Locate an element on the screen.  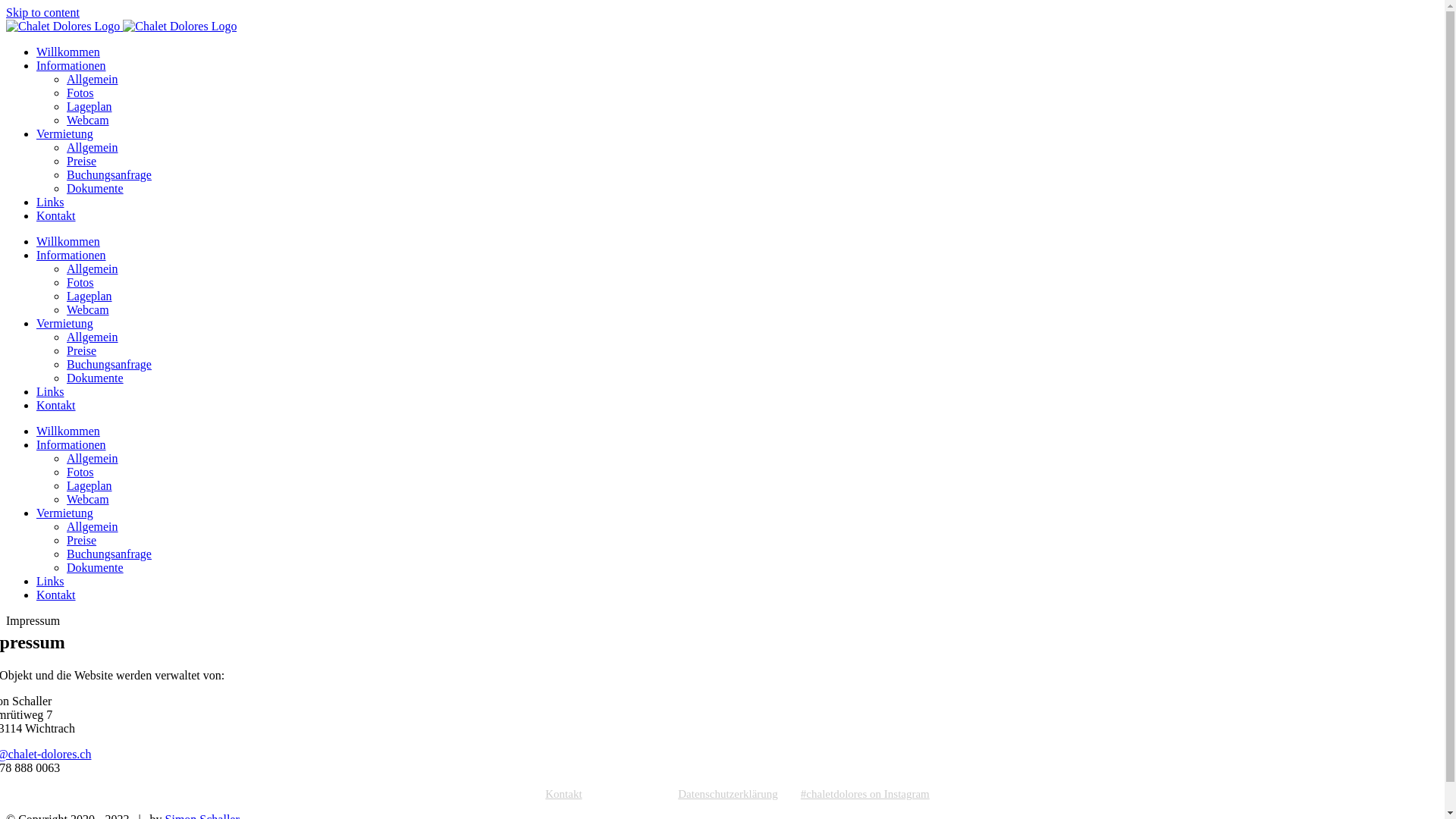
'Preise' is located at coordinates (80, 161).